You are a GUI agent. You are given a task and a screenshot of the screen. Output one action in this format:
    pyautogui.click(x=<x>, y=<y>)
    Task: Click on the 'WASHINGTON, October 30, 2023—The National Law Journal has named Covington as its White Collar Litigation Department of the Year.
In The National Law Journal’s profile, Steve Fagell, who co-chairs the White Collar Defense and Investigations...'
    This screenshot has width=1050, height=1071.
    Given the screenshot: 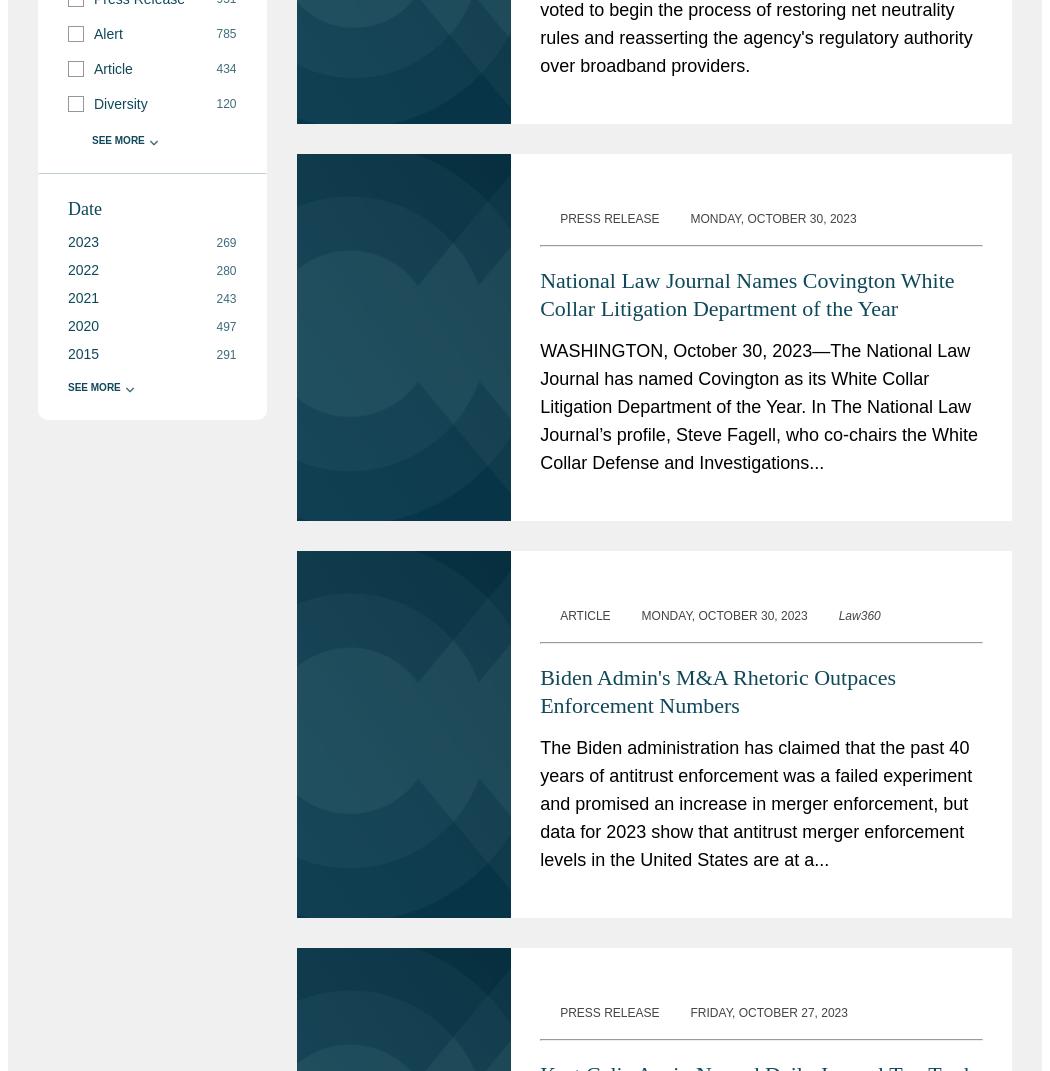 What is the action you would take?
    pyautogui.click(x=540, y=406)
    